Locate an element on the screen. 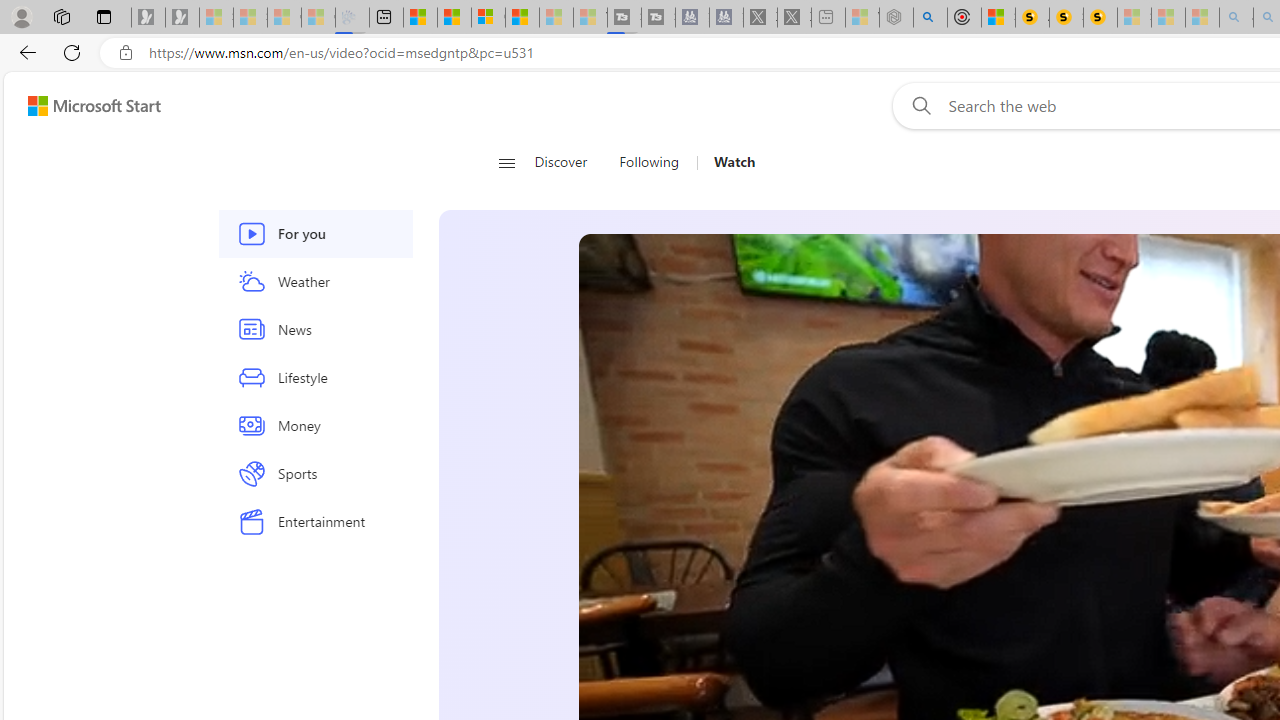  'Class: button-glyph' is located at coordinates (506, 162).